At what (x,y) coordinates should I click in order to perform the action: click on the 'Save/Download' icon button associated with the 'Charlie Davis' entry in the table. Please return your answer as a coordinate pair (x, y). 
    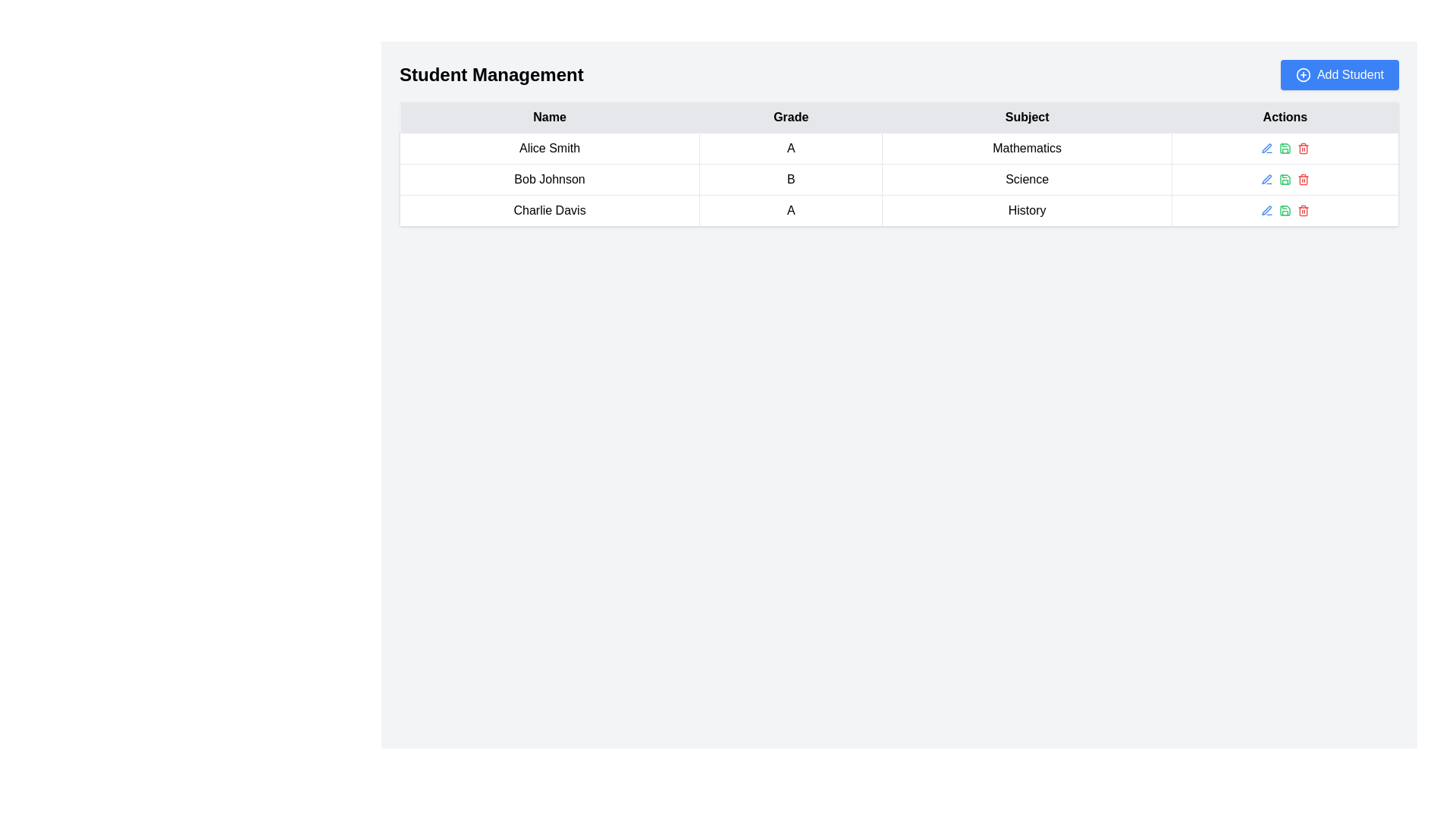
    Looking at the image, I should click on (1284, 149).